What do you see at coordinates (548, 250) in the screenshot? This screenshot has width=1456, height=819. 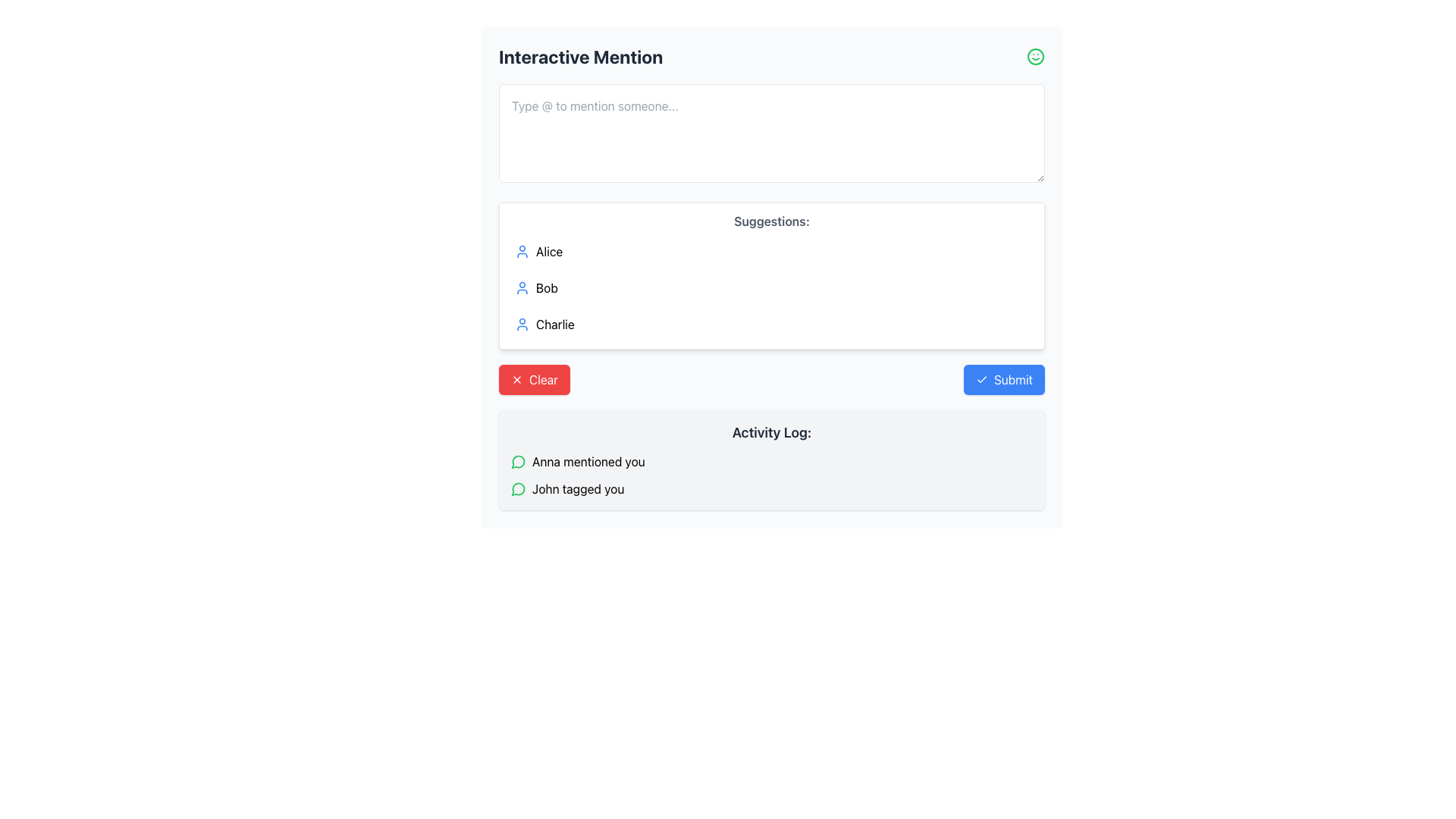 I see `the text label displaying the user name 'Alice'` at bounding box center [548, 250].